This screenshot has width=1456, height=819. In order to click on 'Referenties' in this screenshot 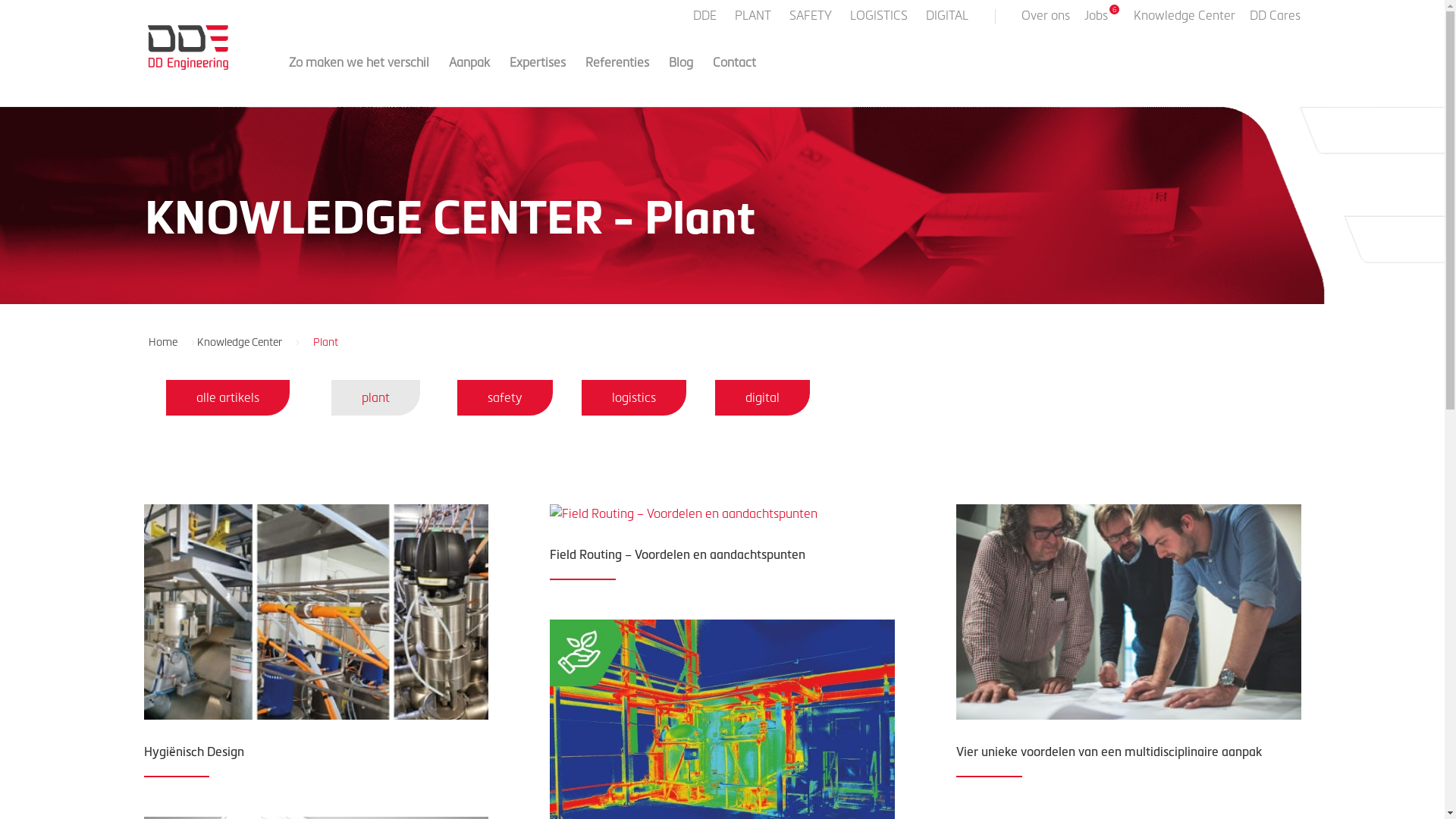, I will do `click(617, 75)`.